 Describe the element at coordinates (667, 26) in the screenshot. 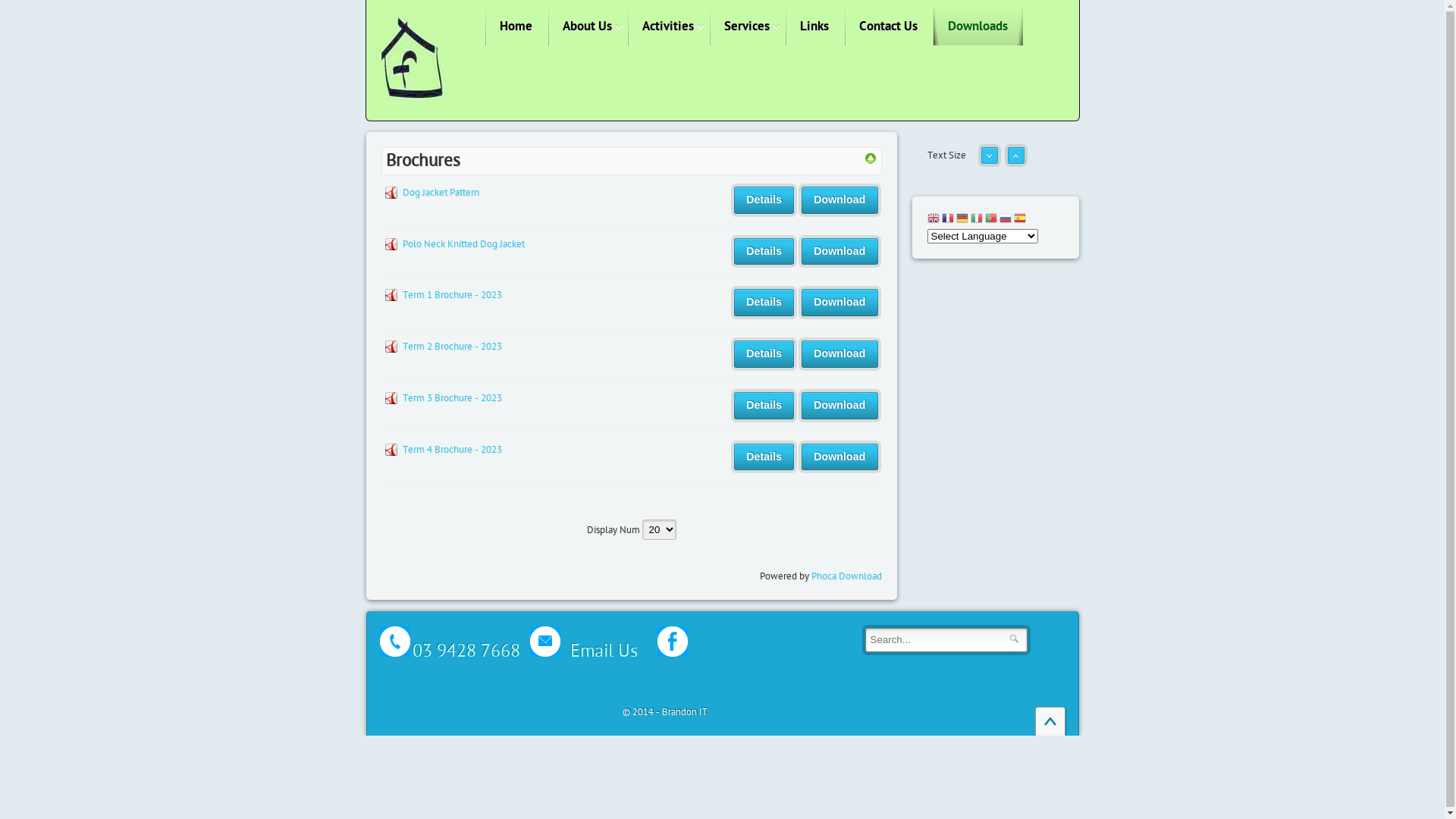

I see `'Activities'` at that location.